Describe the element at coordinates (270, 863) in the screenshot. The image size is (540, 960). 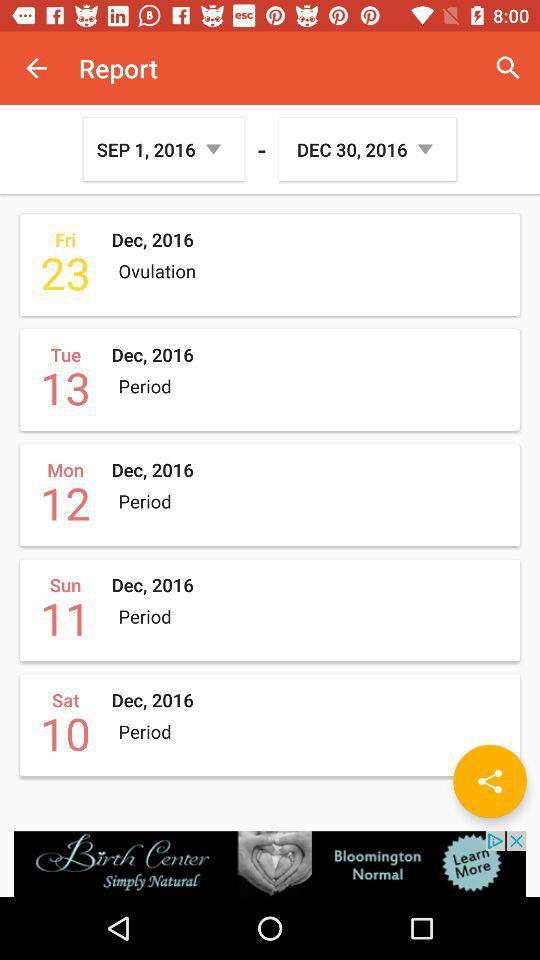
I see `advertisement link` at that location.